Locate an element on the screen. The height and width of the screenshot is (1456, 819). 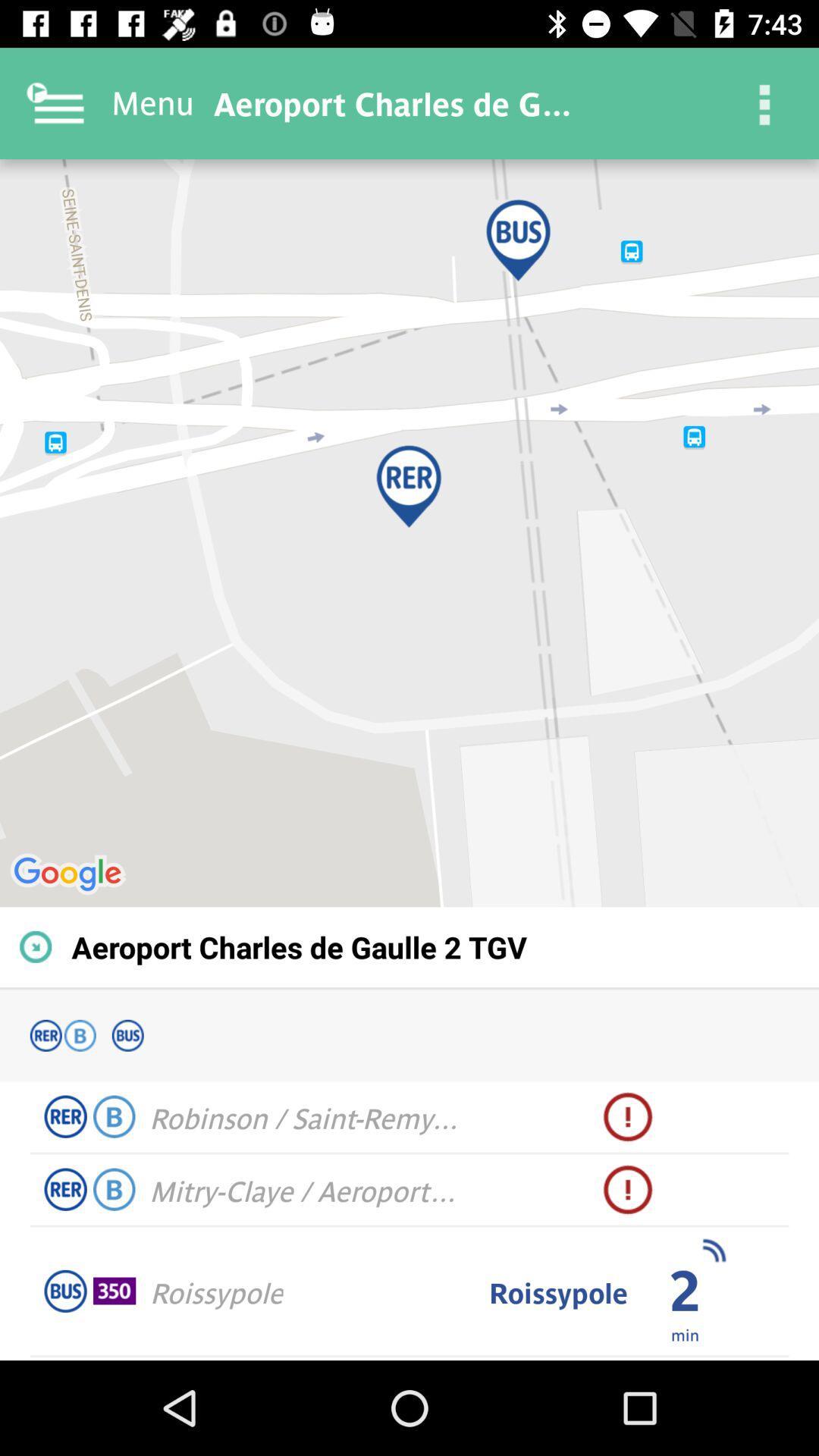
item next to the aeroport charles de item is located at coordinates (763, 102).